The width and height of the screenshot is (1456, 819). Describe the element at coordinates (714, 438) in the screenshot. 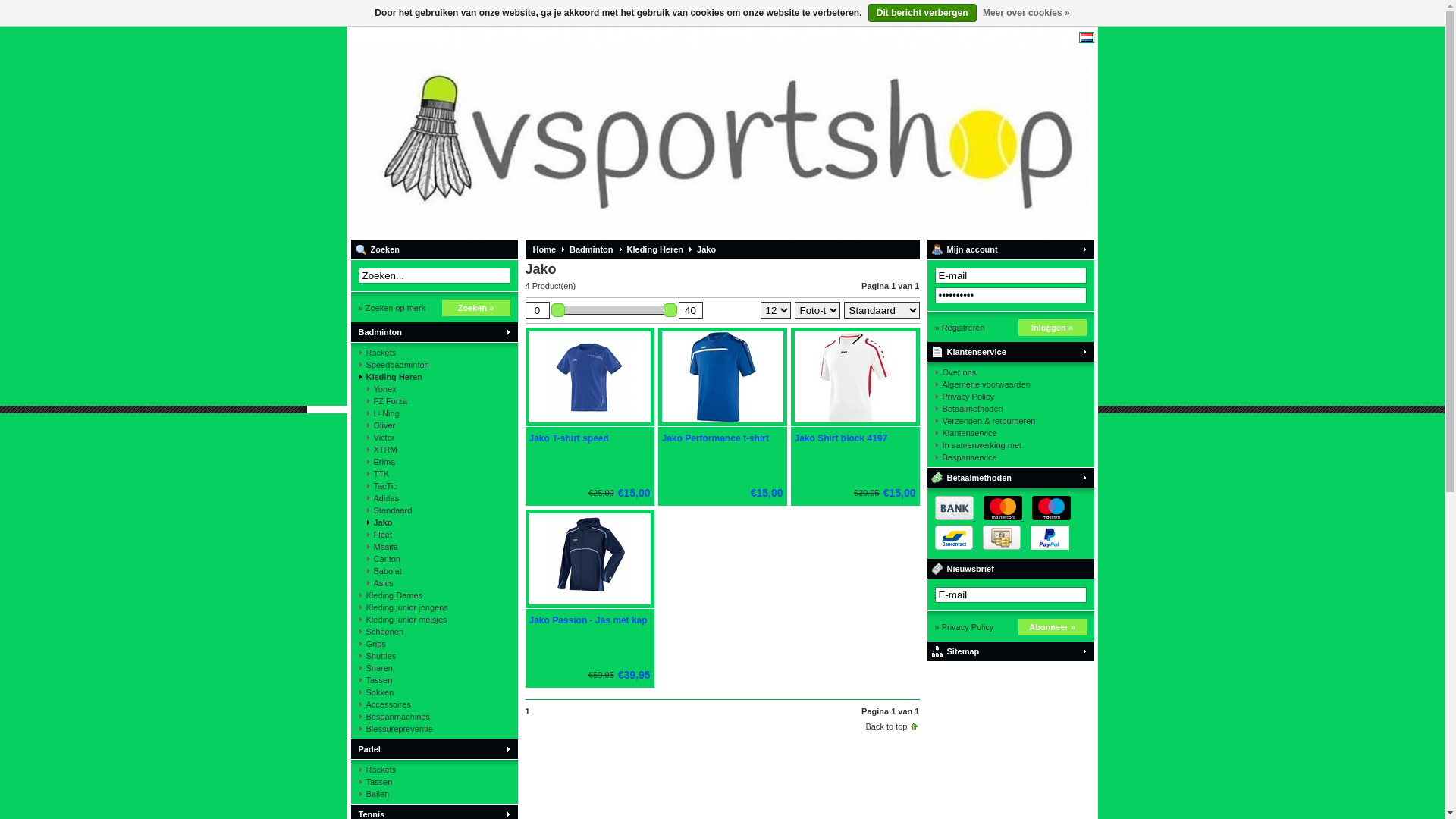

I see `'Jako Performance t-shirt'` at that location.